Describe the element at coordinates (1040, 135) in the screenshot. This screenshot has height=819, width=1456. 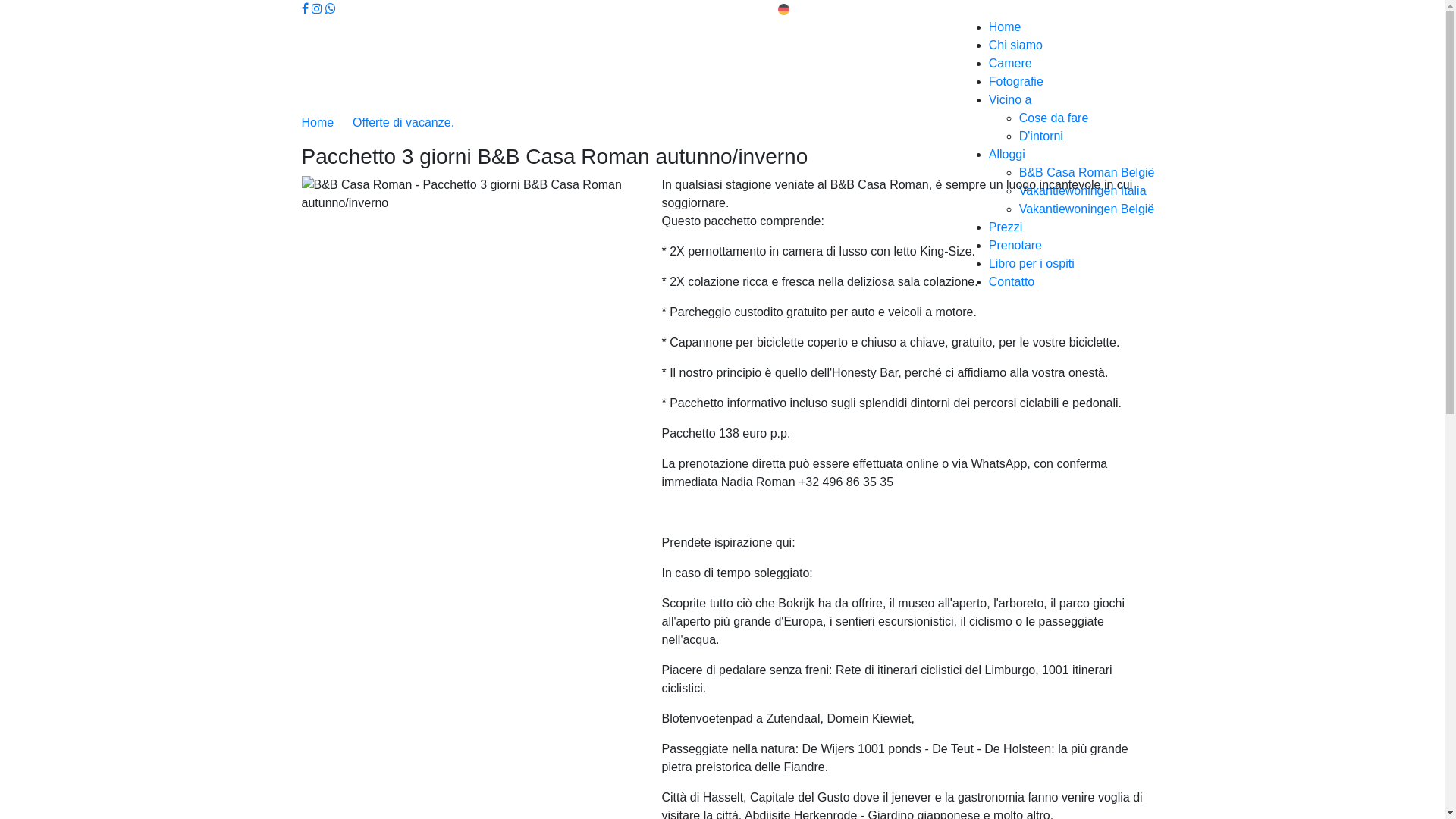
I see `'D'intorni'` at that location.